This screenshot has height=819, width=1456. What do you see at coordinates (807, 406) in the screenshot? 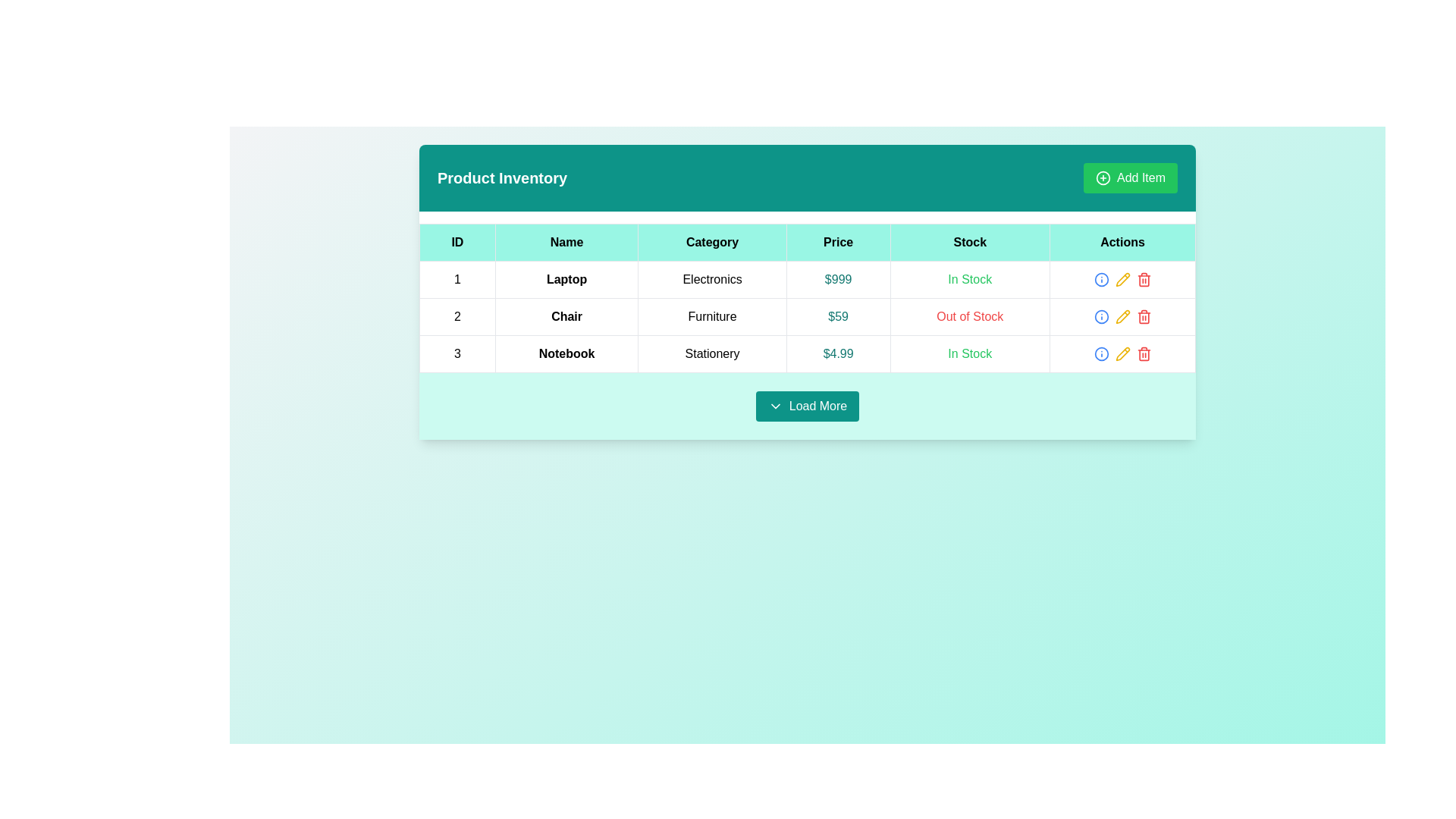
I see `the 'Load More' button with a teal background and rounded corners located at the bottom of the 'Product Inventory' table to load more content` at bounding box center [807, 406].